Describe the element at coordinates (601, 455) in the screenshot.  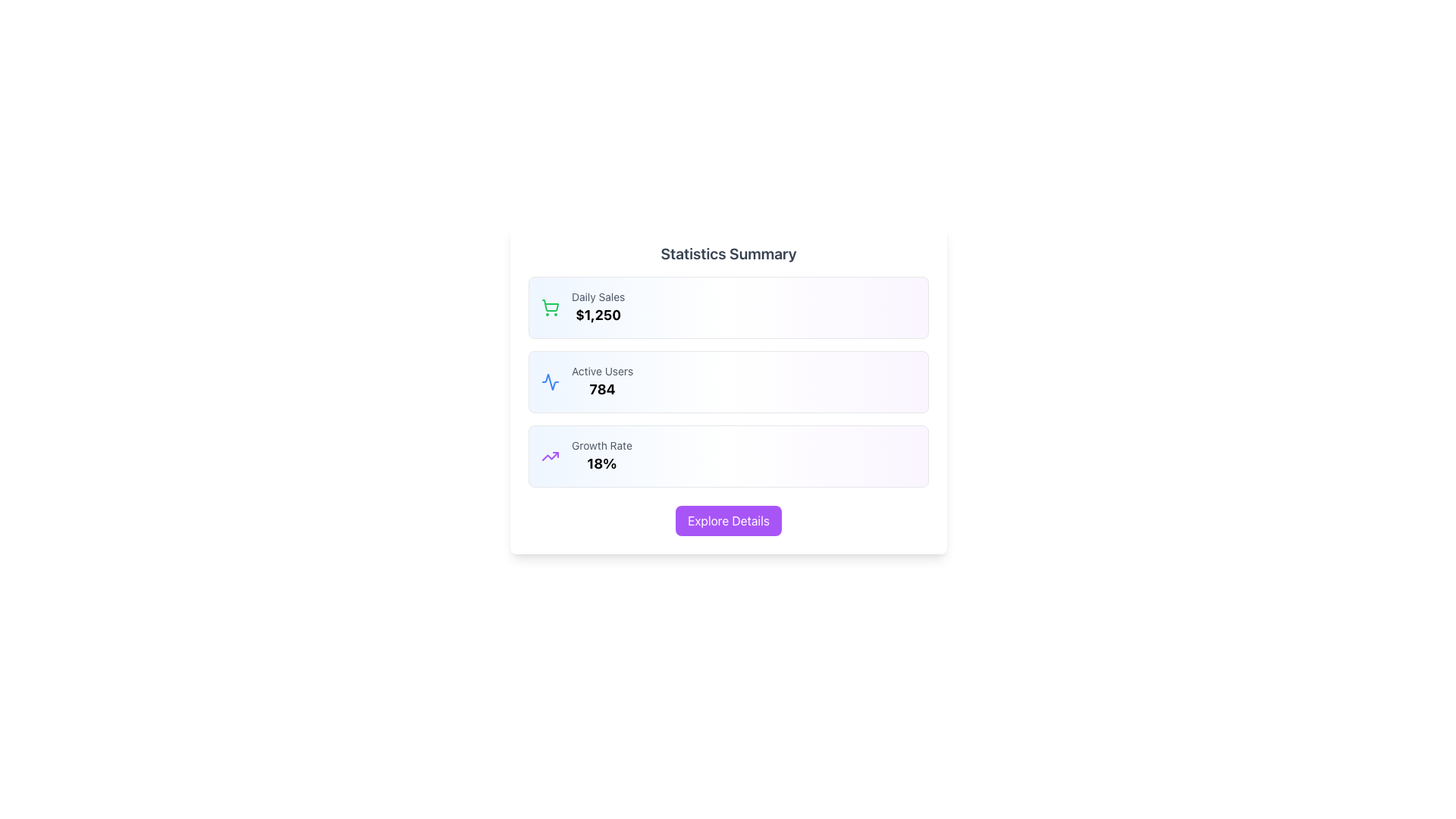
I see `the text display element labeled 'Growth Rate' showing the value '18%', which is the third card in a vertical list, located in the lower central area of the interface` at that location.